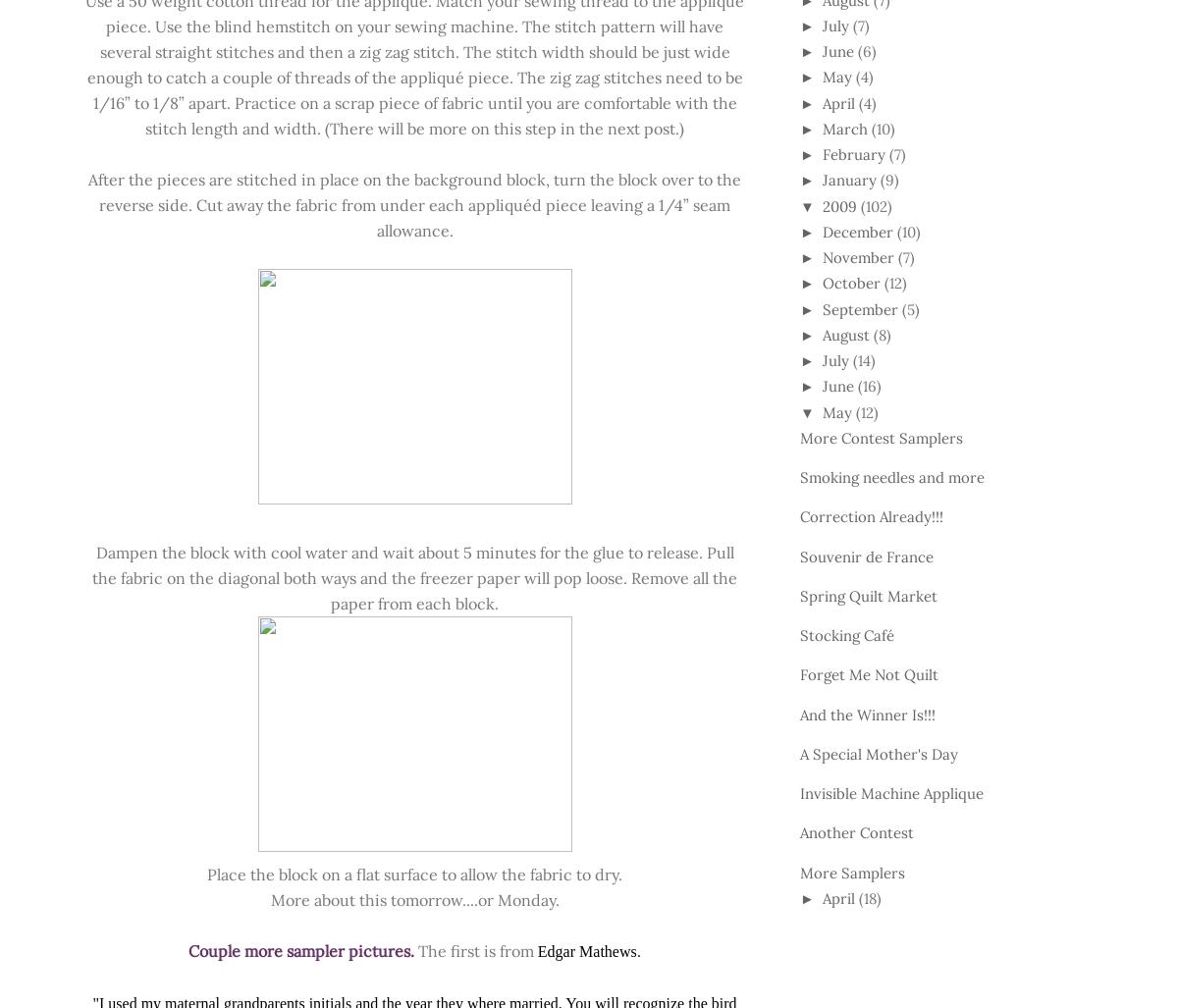 Image resolution: width=1178 pixels, height=1008 pixels. I want to click on 'March', so click(821, 128).